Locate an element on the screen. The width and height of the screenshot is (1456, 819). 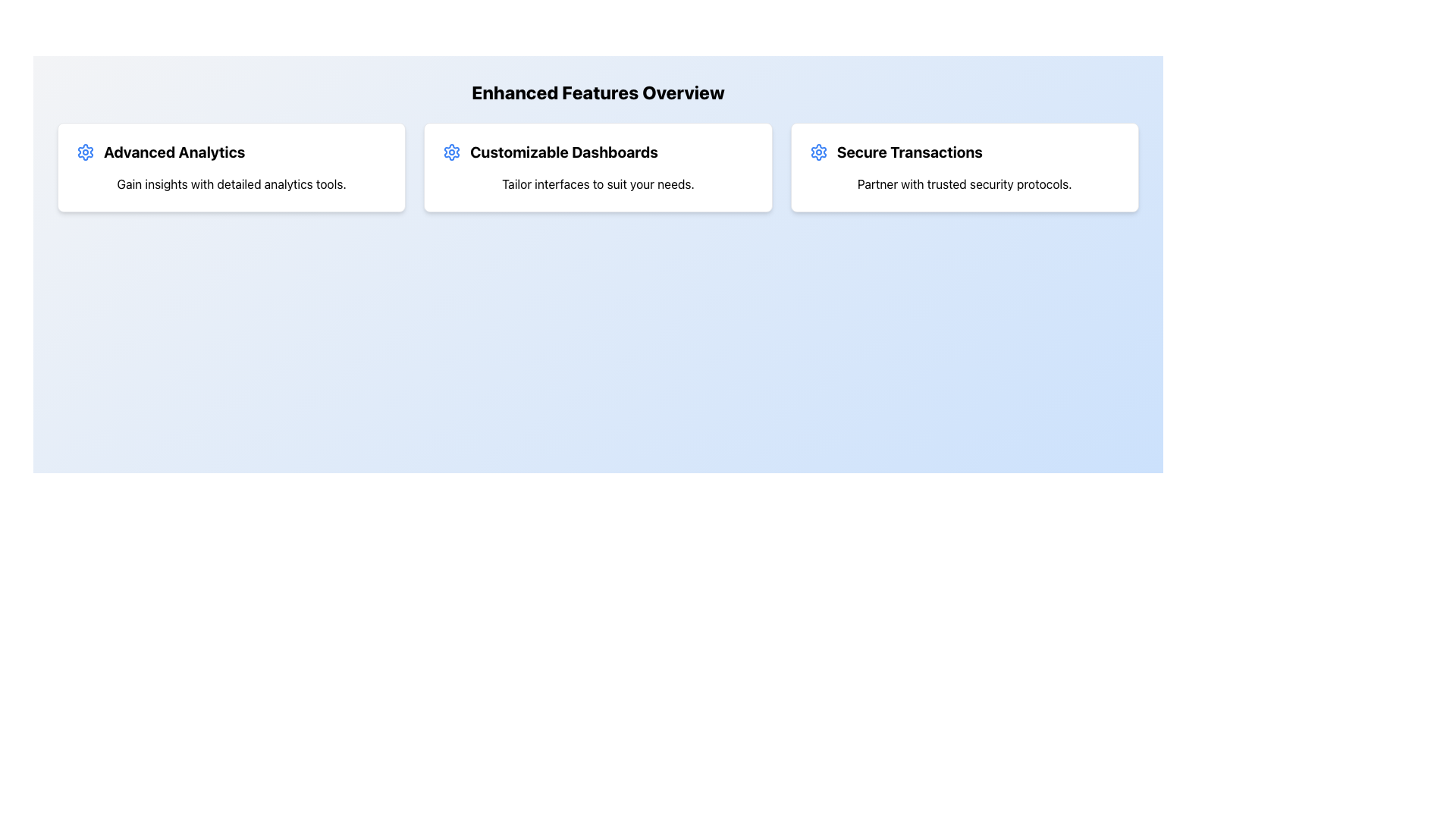
the 'Secure Transactions' text and gear icon group located at the top of the third feature card on the right is located at coordinates (964, 152).